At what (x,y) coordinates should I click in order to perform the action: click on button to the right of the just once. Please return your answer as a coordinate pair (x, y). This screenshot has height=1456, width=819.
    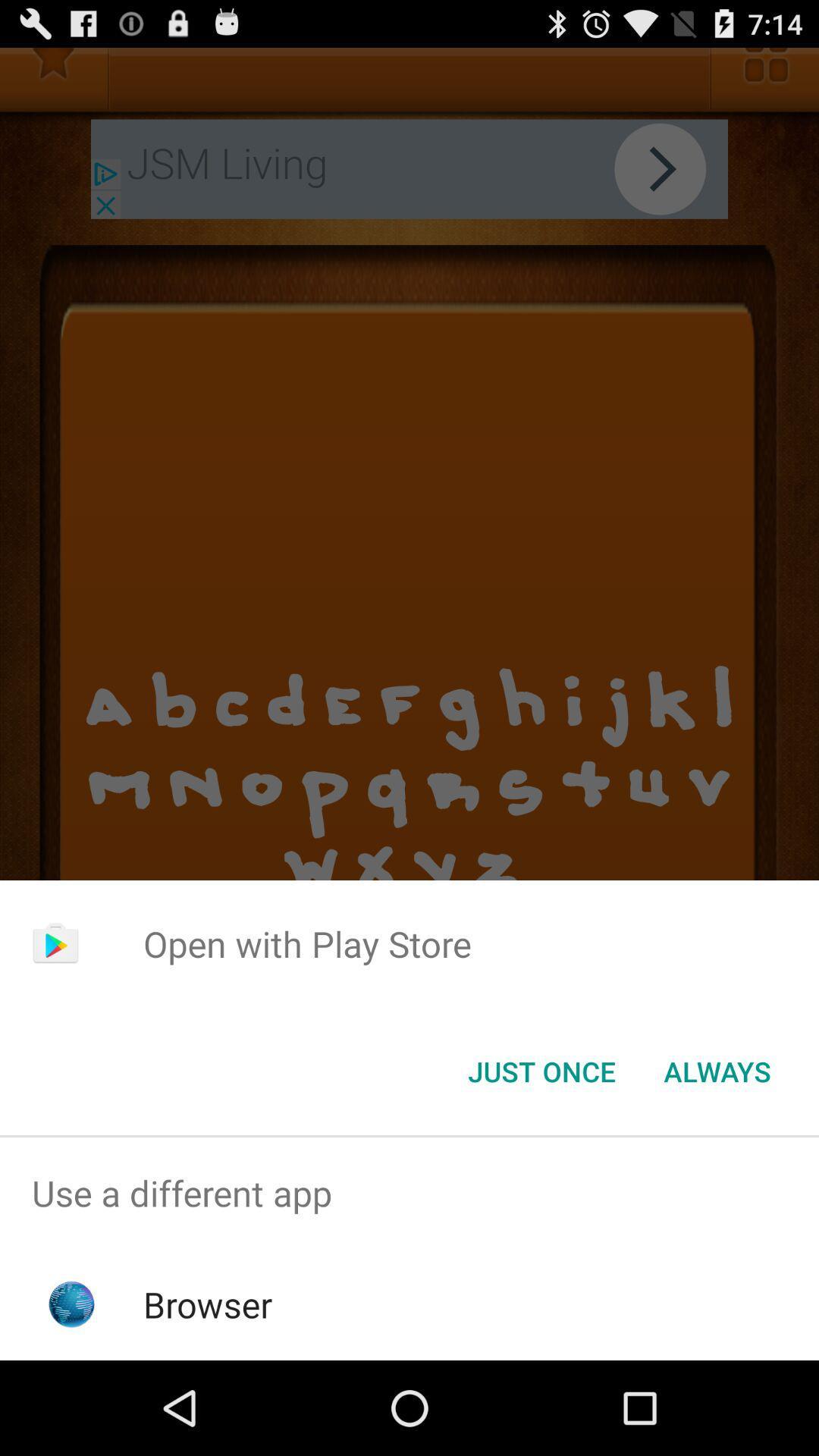
    Looking at the image, I should click on (717, 1070).